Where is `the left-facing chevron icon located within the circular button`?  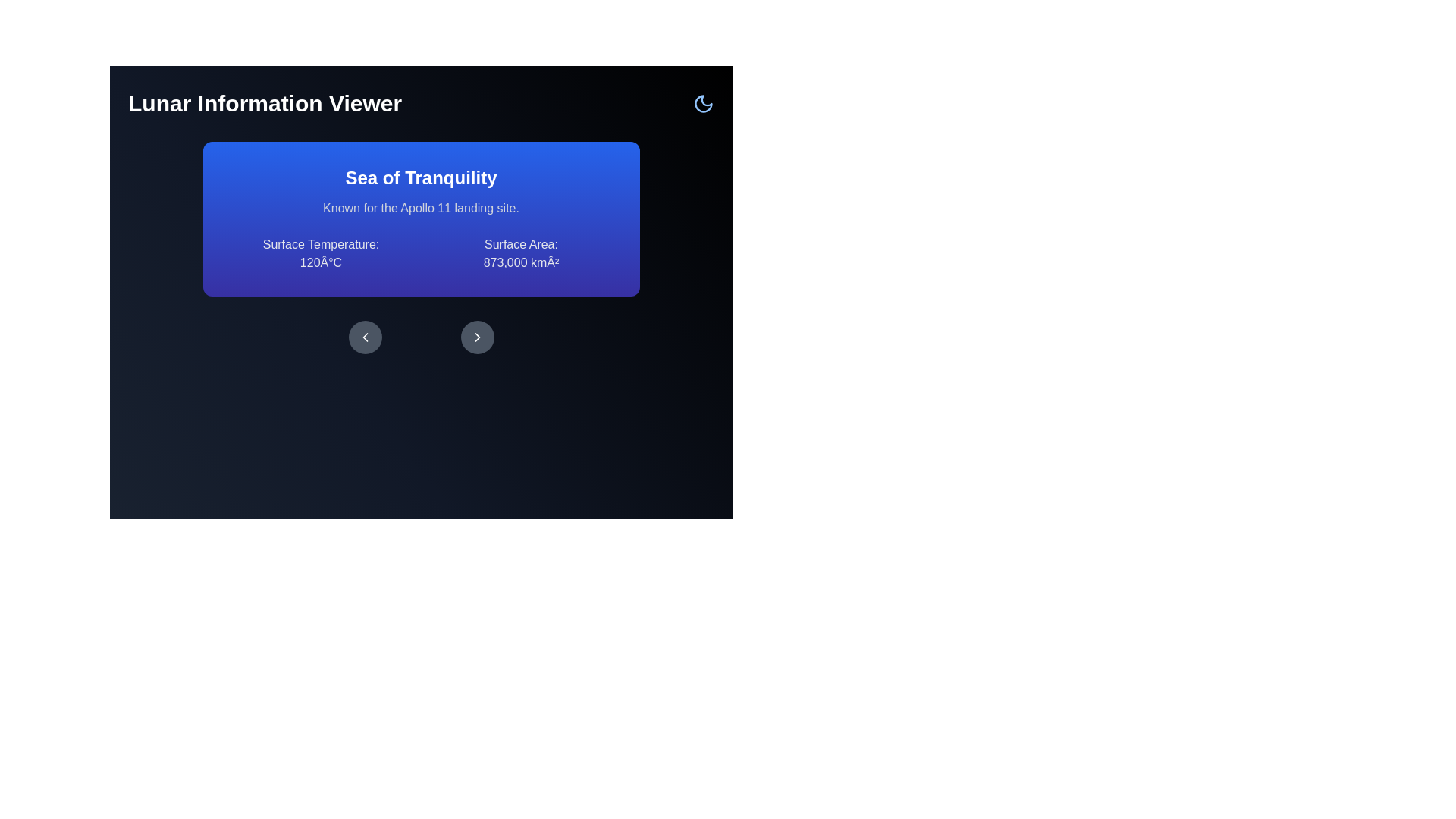 the left-facing chevron icon located within the circular button is located at coordinates (365, 336).